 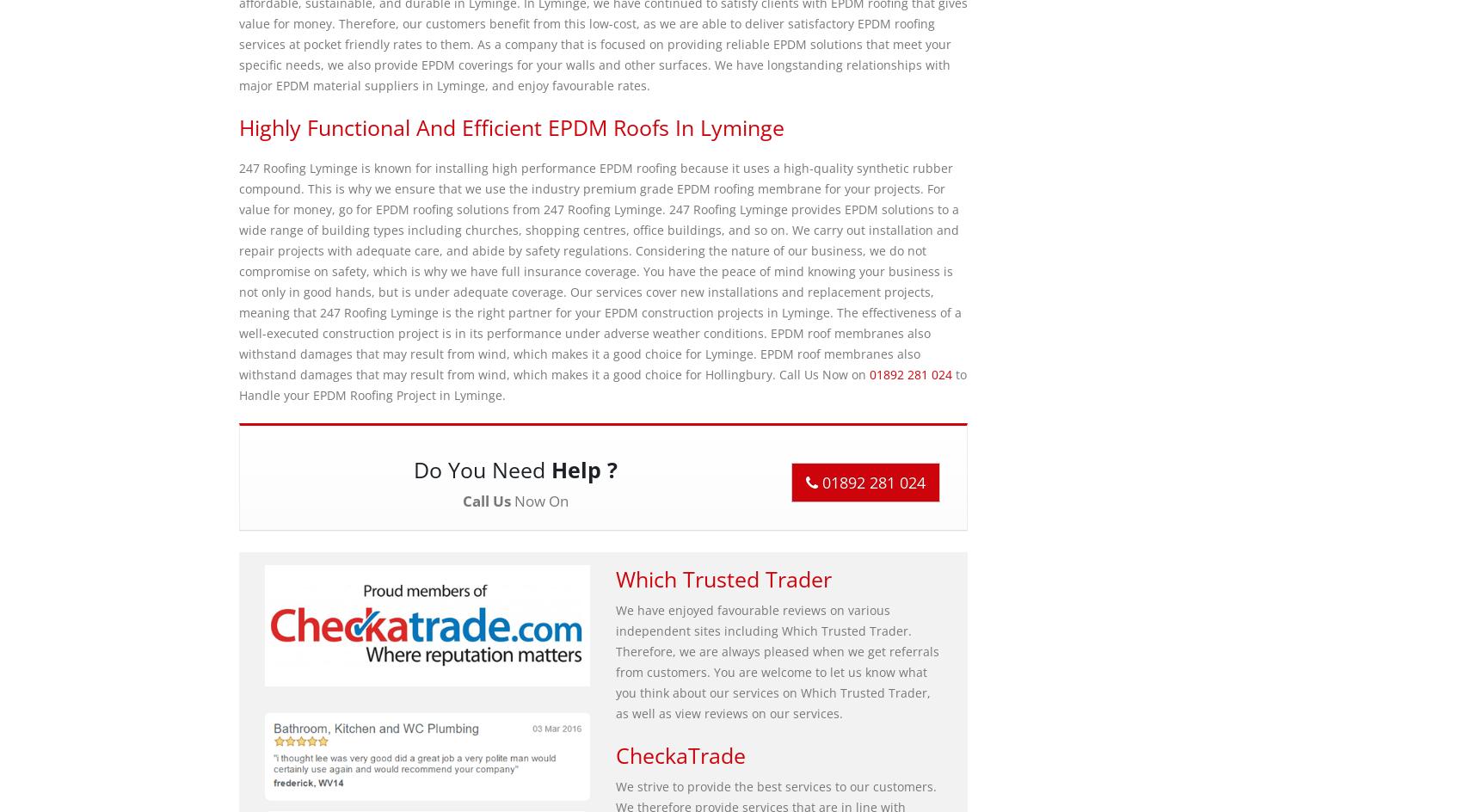 What do you see at coordinates (776, 661) in the screenshot?
I see `'We have enjoyed favourable reviews on various independent sites including Which Trusted Trader. Therefore, we are always pleased when we get referrals from customers. You are welcome to let us know what you think about our services on Which Trusted Trader, as well as view reviews on our services.'` at bounding box center [776, 661].